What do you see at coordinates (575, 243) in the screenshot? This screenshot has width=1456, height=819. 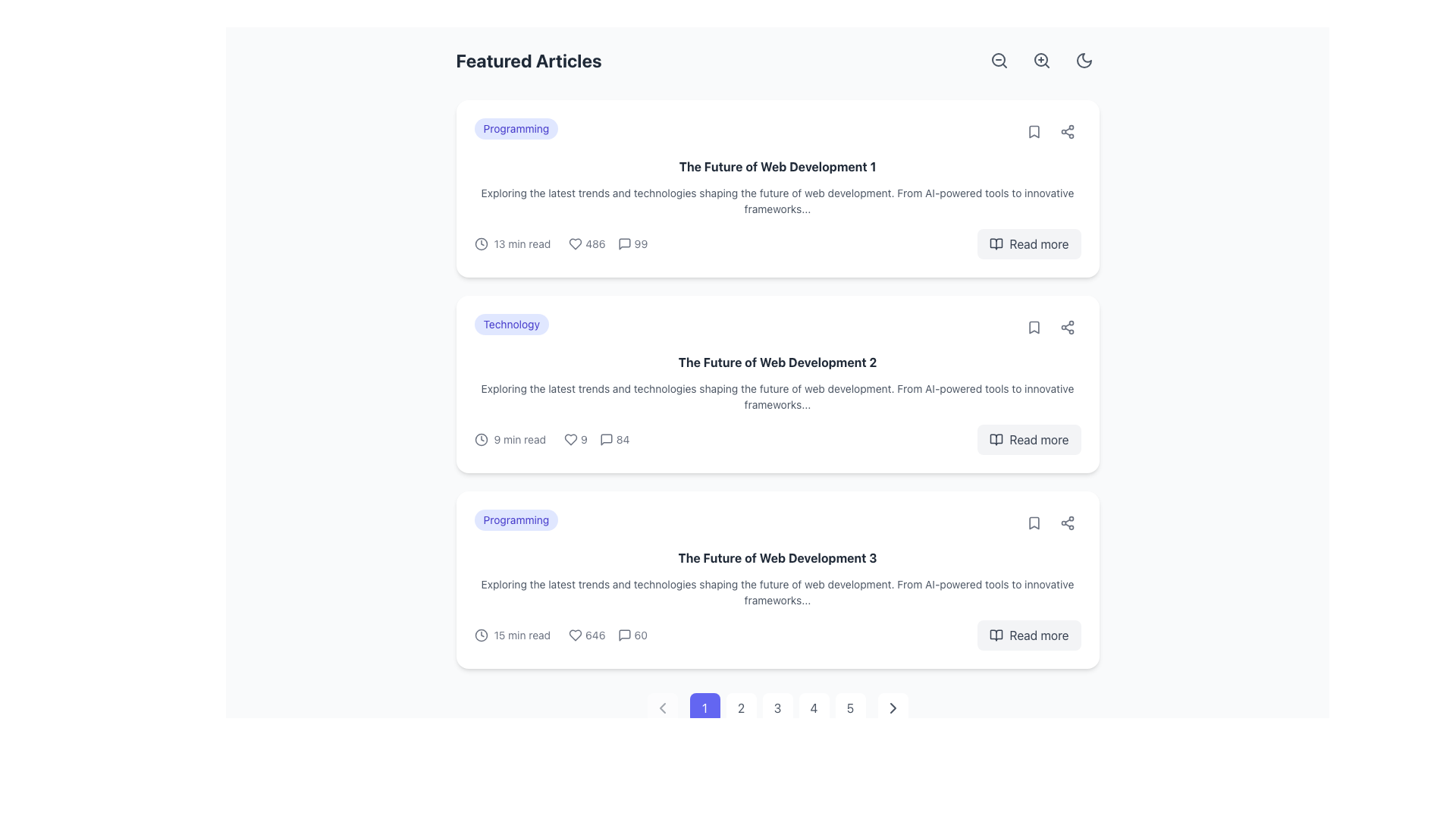 I see `the heart icon to like or unlike the article it is associated with, located in the bottom row of the first card in the article list` at bounding box center [575, 243].